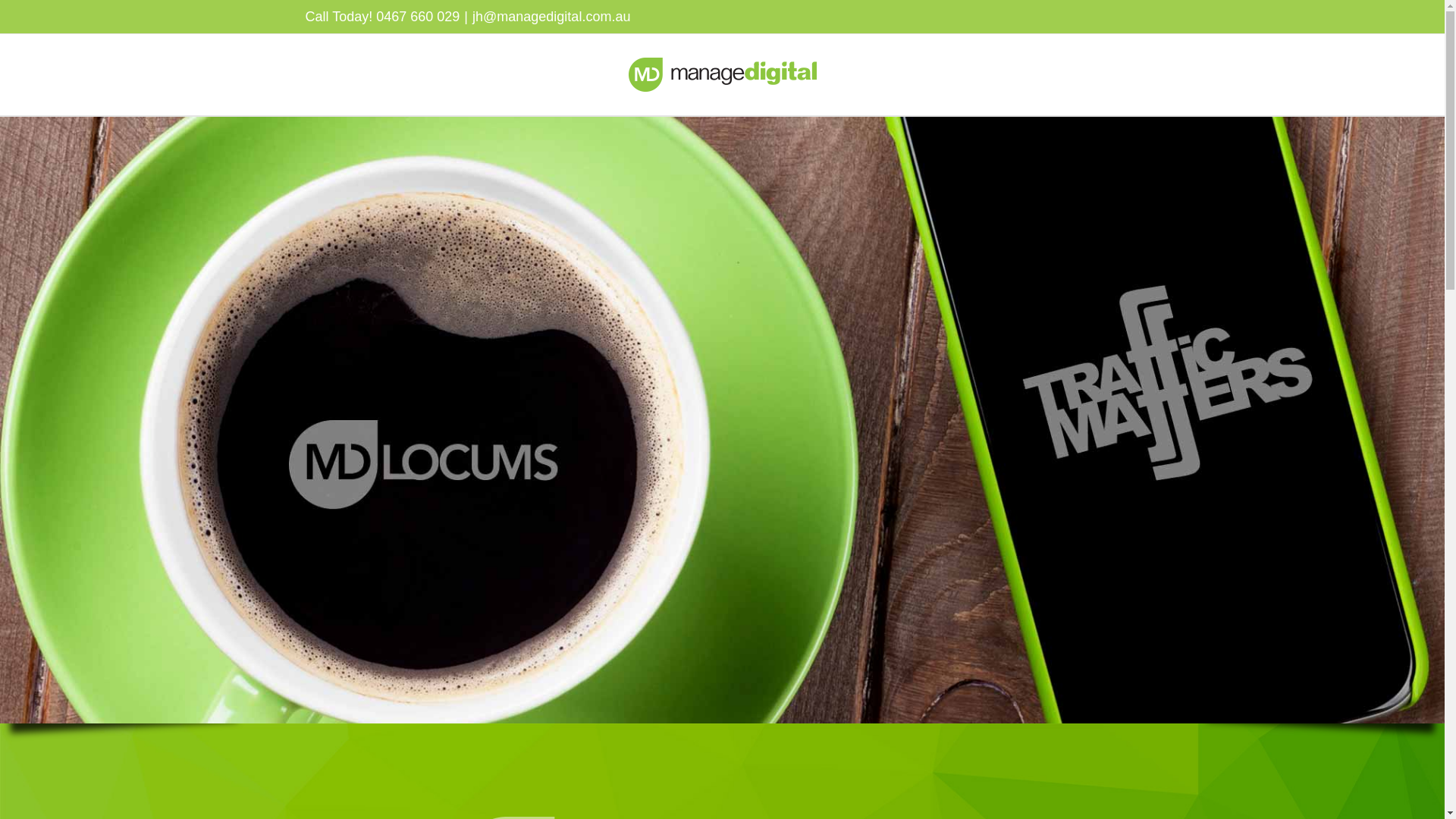 The width and height of the screenshot is (1456, 819). I want to click on 'jh@managedigital.com.au', so click(550, 17).